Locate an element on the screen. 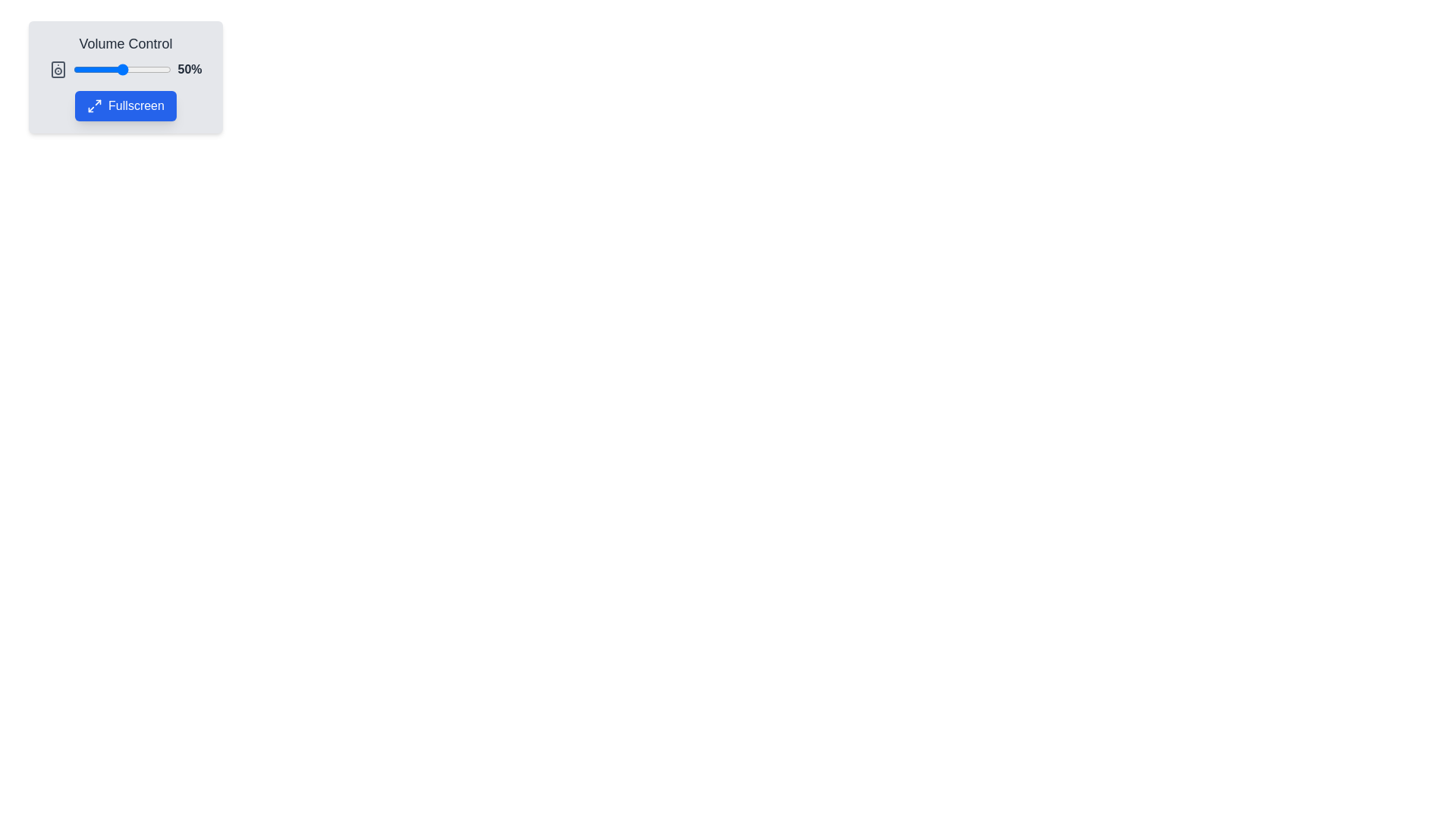 The height and width of the screenshot is (819, 1456). the volume to 85% by dragging the slider is located at coordinates (157, 70).